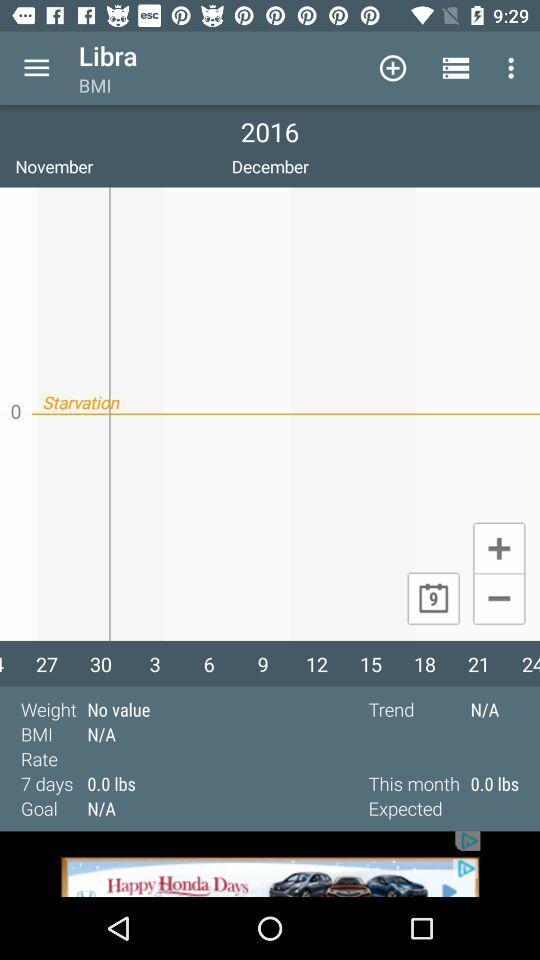 The image size is (540, 960). What do you see at coordinates (36, 68) in the screenshot?
I see `more options` at bounding box center [36, 68].